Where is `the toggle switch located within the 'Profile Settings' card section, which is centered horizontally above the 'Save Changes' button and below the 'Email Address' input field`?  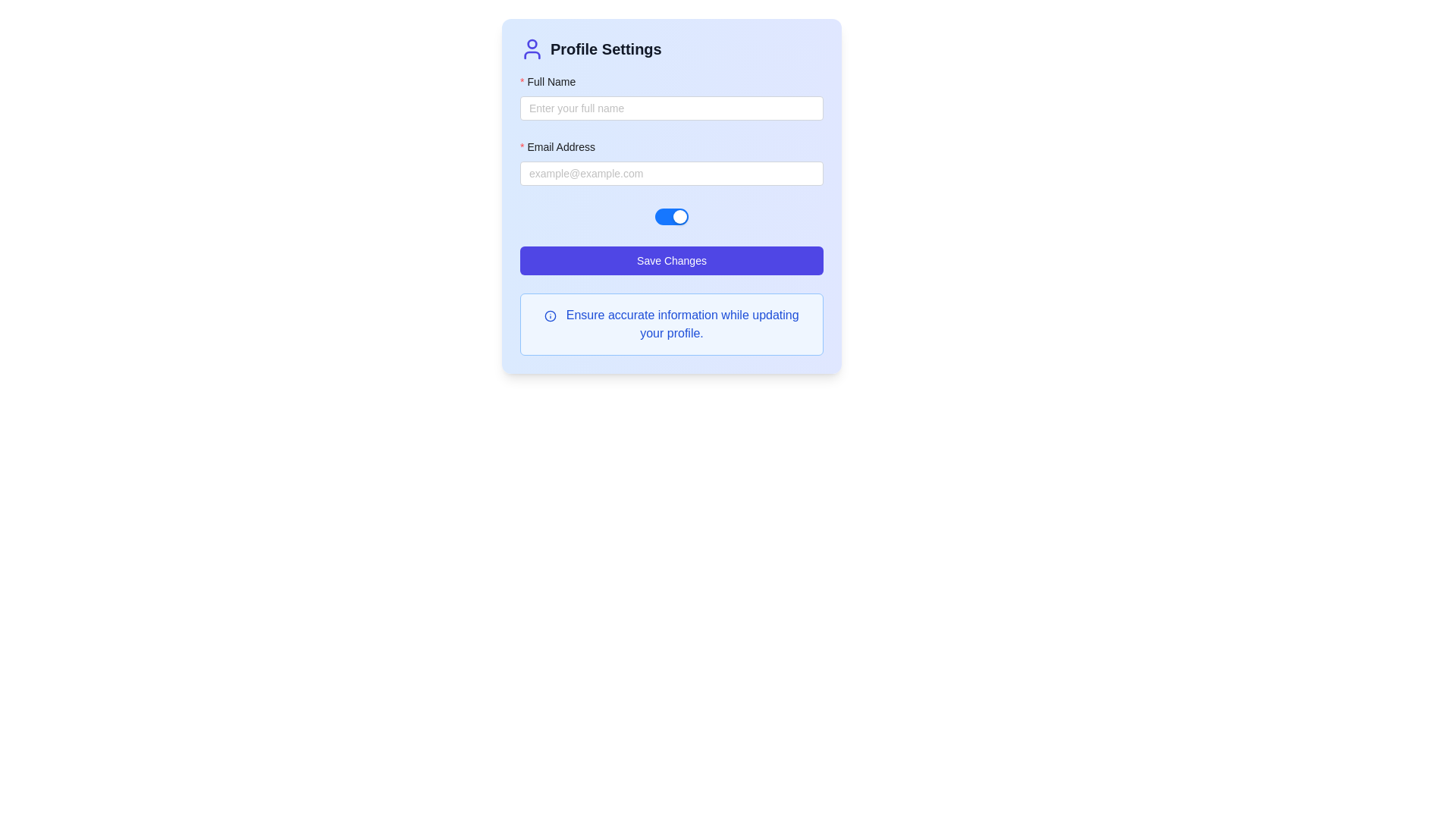
the toggle switch located within the 'Profile Settings' card section, which is centered horizontally above the 'Save Changes' button and below the 'Email Address' input field is located at coordinates (671, 216).